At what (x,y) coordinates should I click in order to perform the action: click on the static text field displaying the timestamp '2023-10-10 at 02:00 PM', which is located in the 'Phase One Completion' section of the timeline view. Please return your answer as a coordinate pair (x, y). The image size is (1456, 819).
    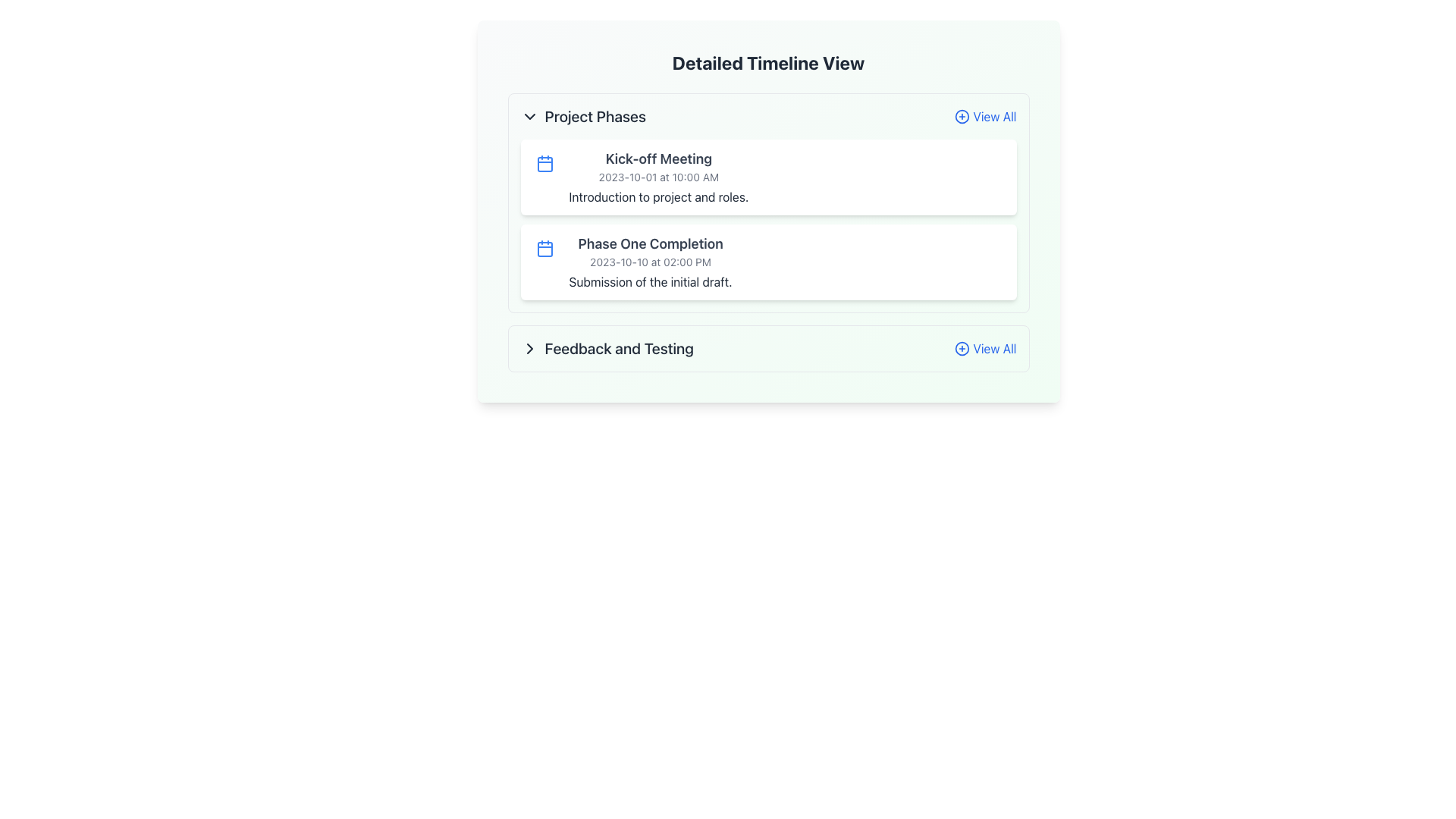
    Looking at the image, I should click on (651, 262).